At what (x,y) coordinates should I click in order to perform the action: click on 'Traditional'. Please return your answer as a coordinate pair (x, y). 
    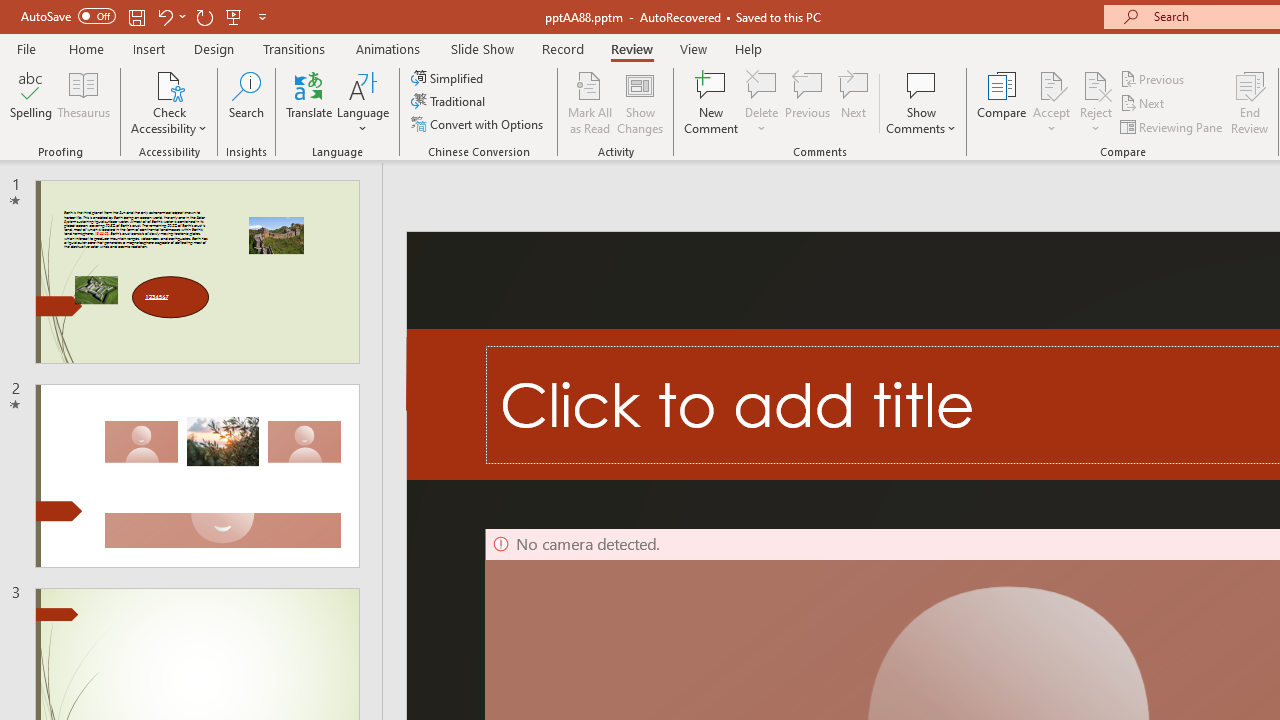
    Looking at the image, I should click on (448, 101).